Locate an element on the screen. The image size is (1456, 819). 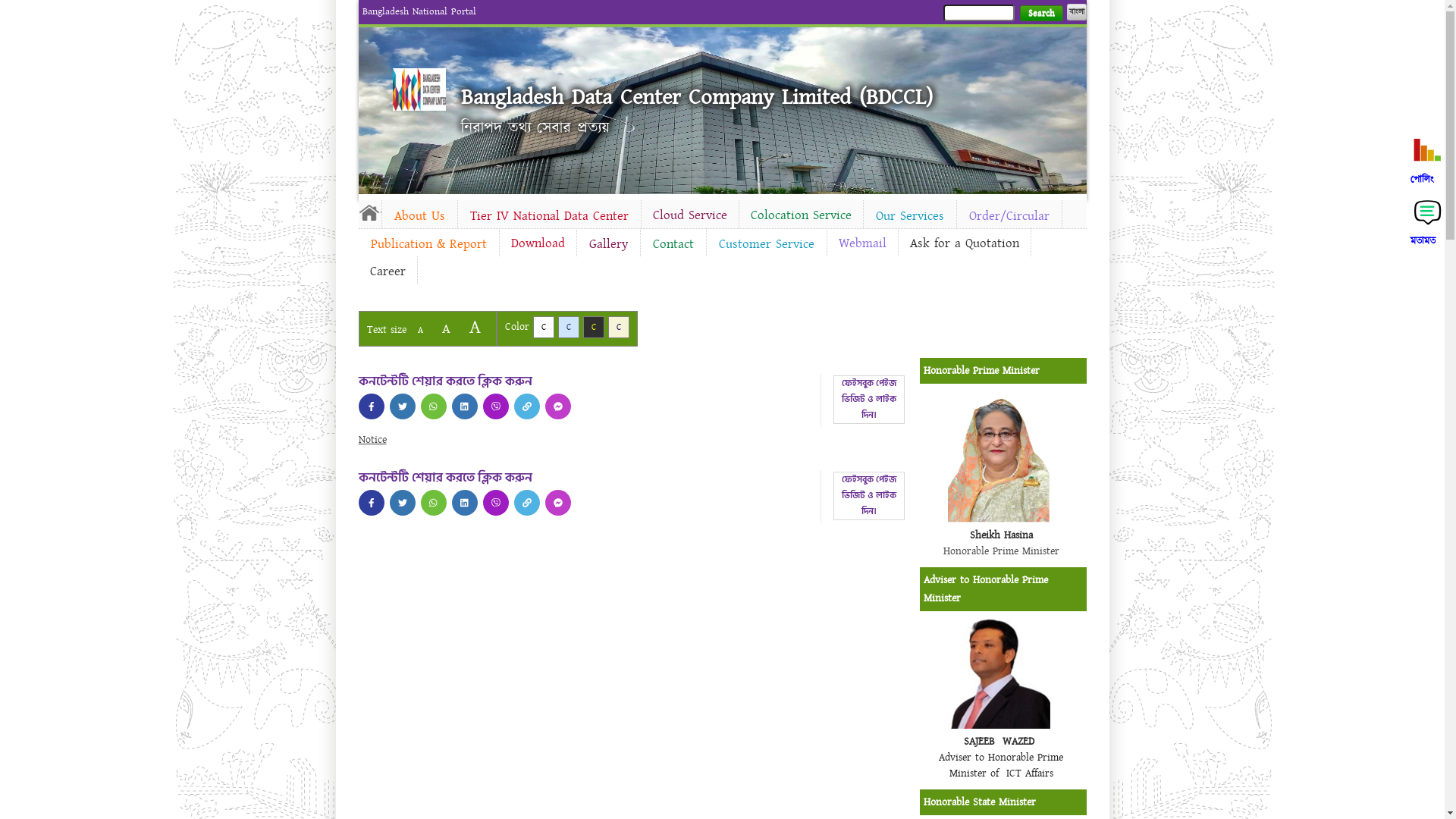
'Customer Service' is located at coordinates (767, 243).